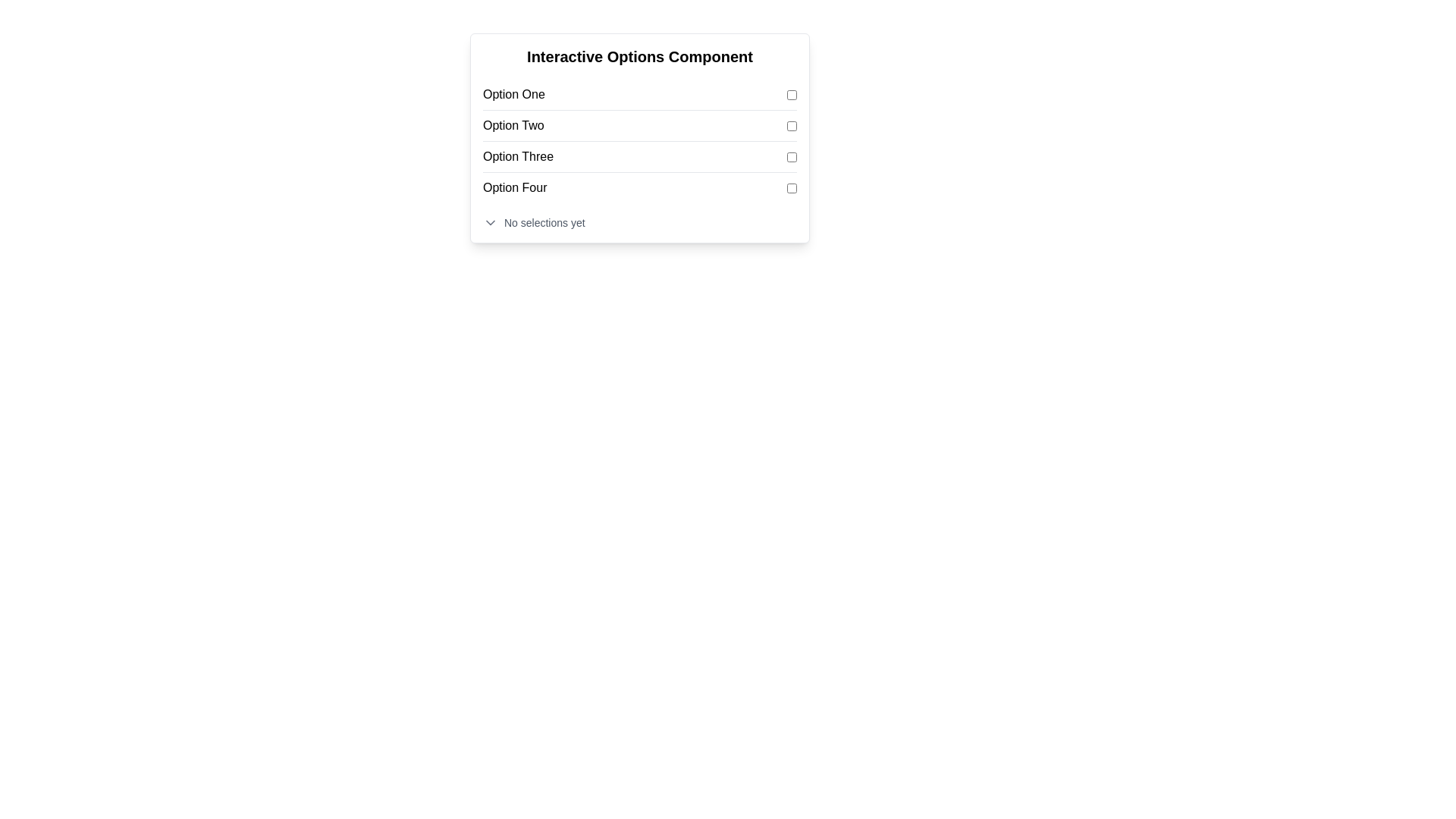 This screenshot has width=1456, height=819. Describe the element at coordinates (791, 187) in the screenshot. I see `the checkbox for 'Option Four' located` at that location.